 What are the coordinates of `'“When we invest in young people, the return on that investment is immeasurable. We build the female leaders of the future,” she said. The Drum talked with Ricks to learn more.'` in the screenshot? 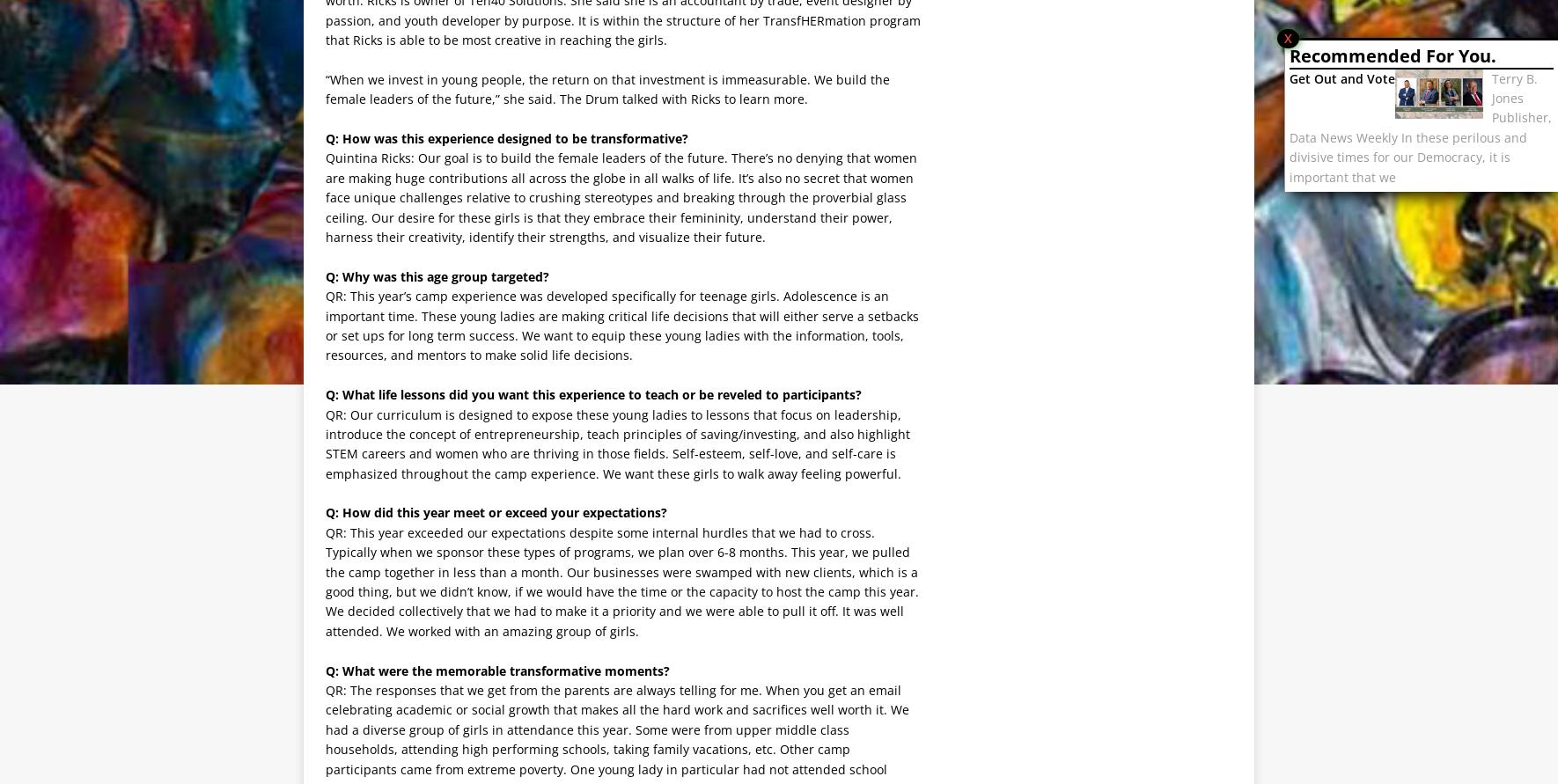 It's located at (606, 88).